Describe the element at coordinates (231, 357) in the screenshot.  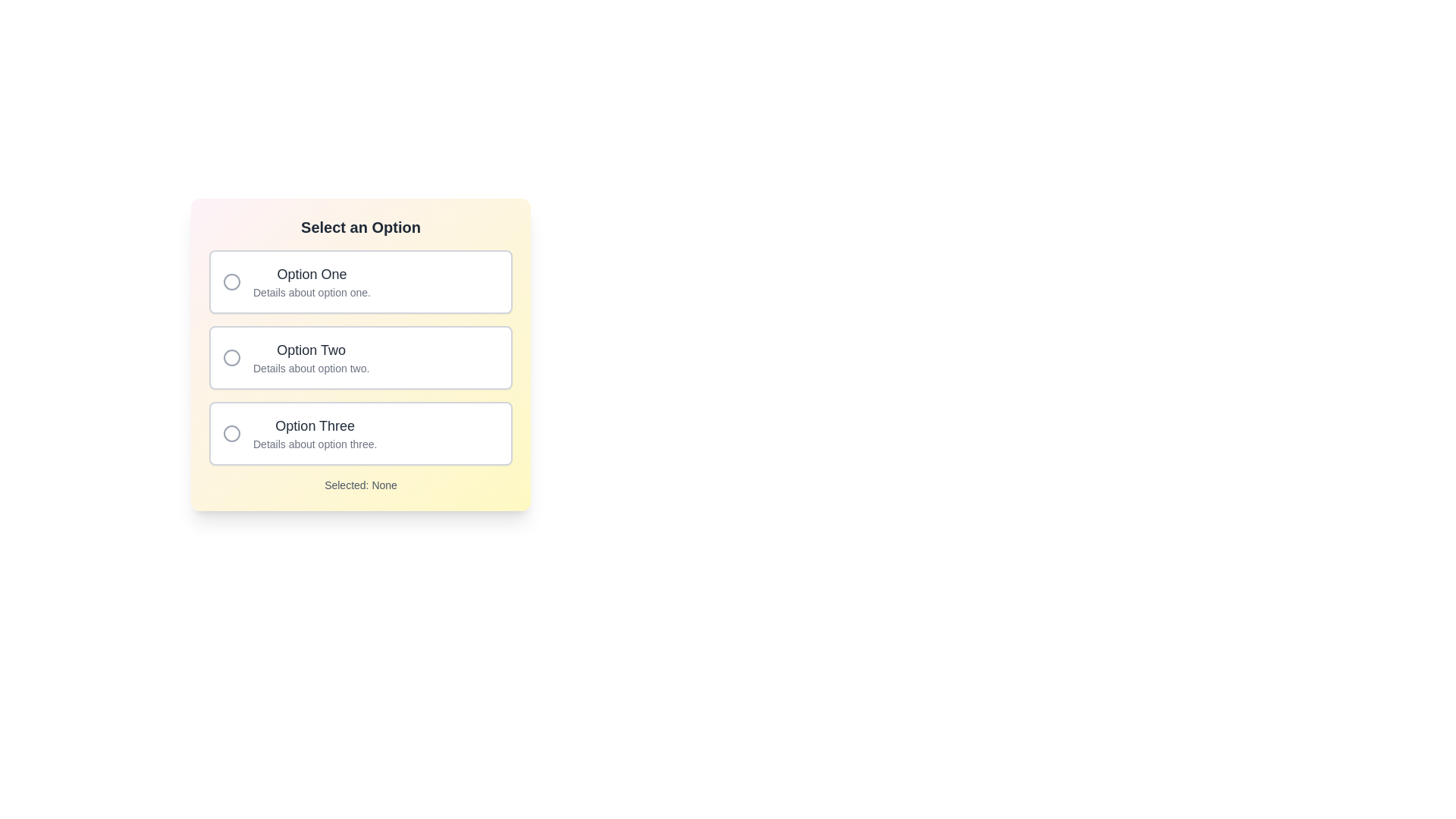
I see `the circular component of the 'Option Two' selection indicator` at that location.